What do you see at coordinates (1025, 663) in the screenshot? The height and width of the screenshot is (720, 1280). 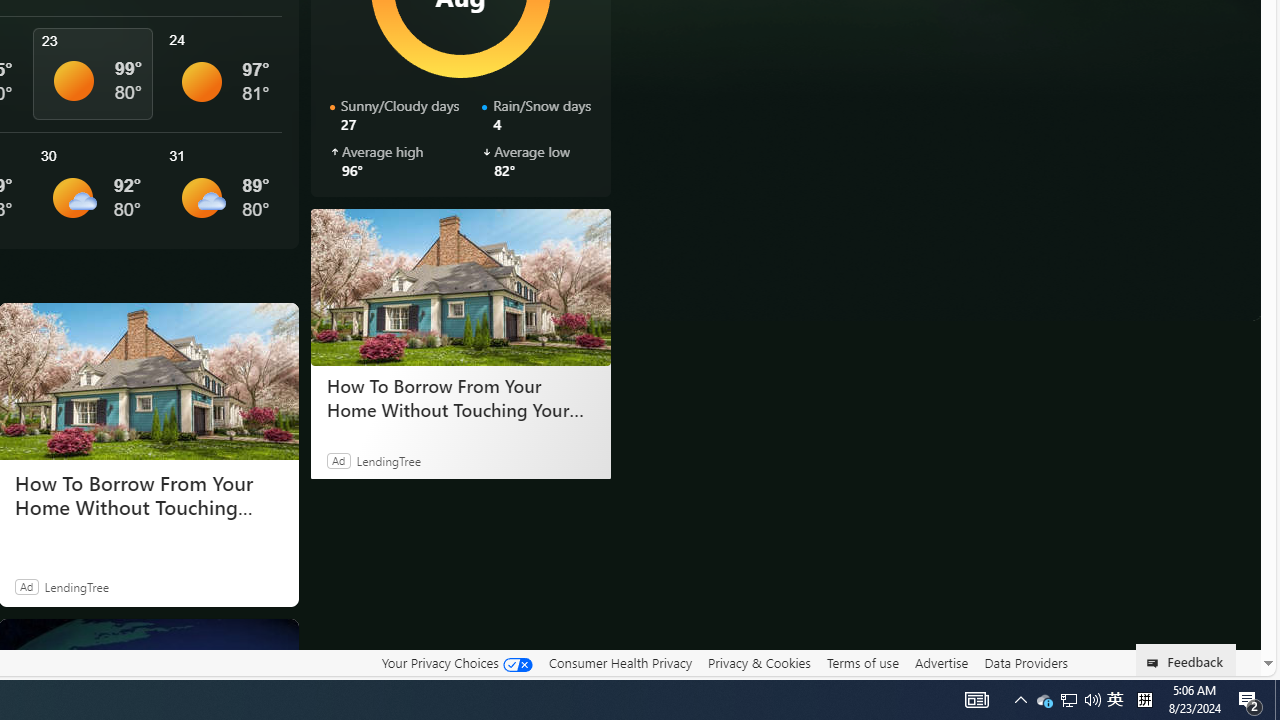 I see `'Data Providers'` at bounding box center [1025, 663].